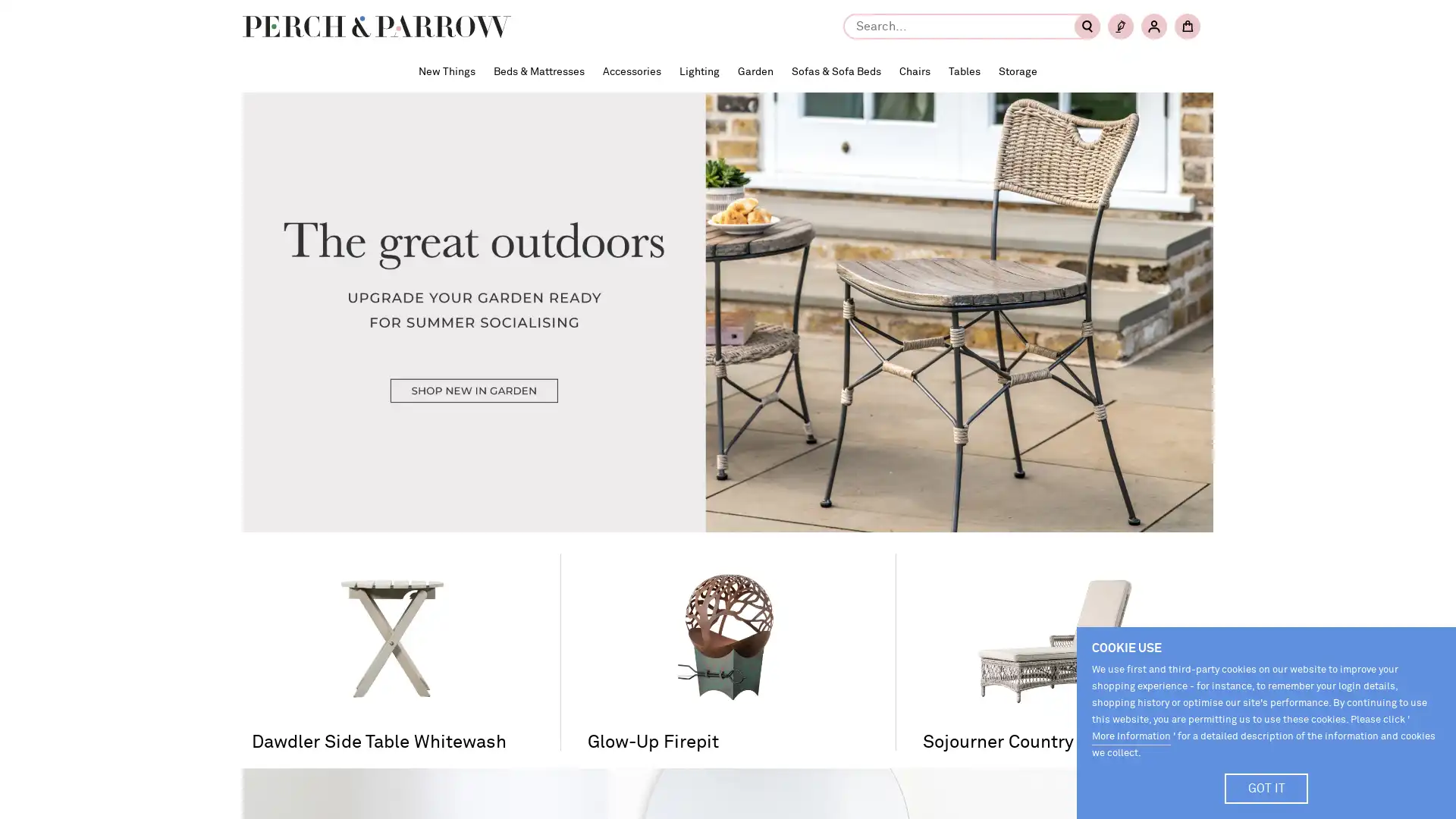  Describe the element at coordinates (277, 479) in the screenshot. I see `Previous` at that location.